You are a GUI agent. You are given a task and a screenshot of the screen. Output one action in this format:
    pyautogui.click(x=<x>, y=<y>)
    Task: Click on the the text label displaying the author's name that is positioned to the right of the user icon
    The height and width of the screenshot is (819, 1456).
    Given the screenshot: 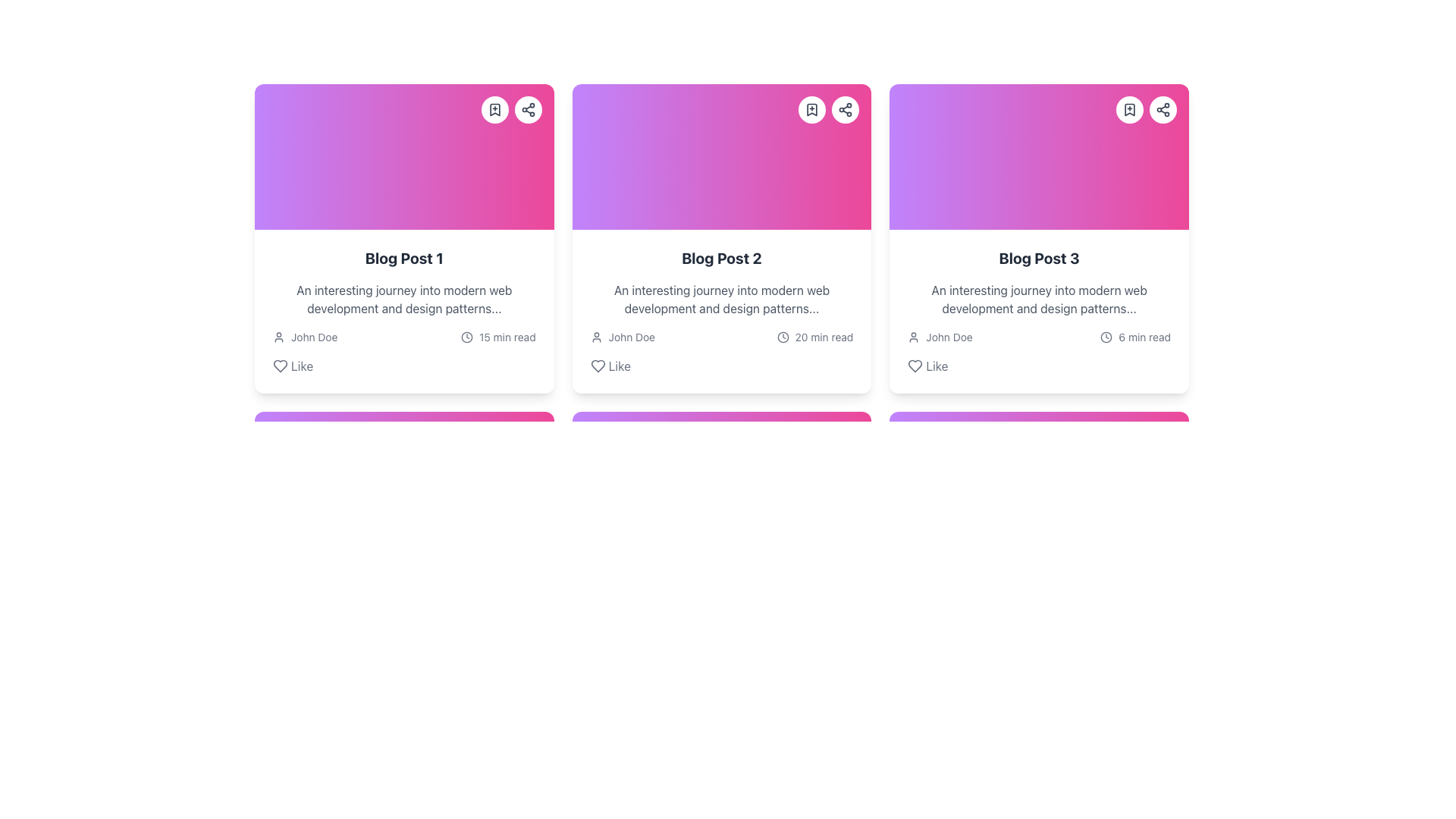 What is the action you would take?
    pyautogui.click(x=304, y=336)
    